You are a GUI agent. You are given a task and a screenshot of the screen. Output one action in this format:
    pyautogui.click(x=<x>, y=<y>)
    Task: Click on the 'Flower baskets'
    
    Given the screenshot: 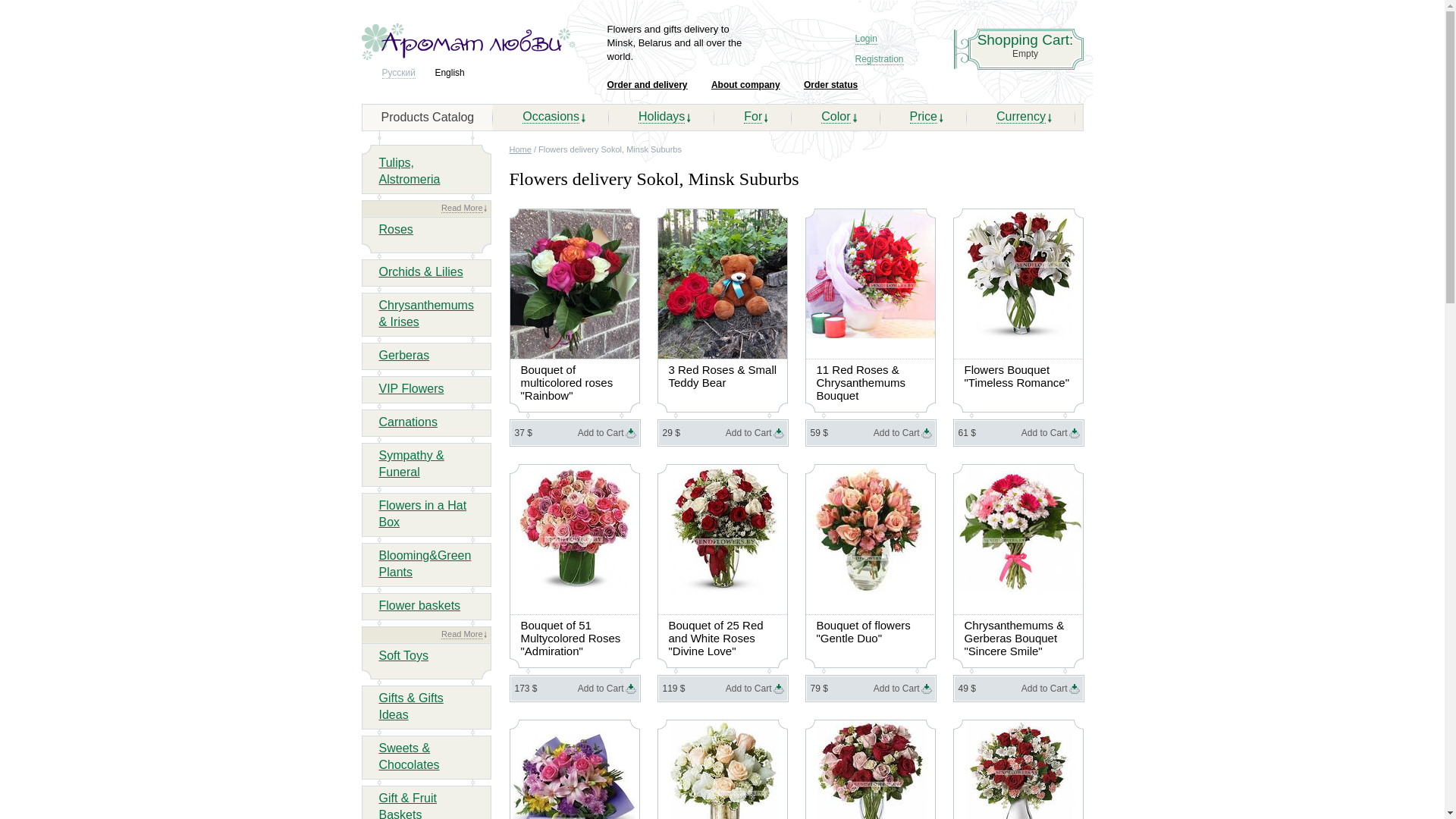 What is the action you would take?
    pyautogui.click(x=419, y=604)
    